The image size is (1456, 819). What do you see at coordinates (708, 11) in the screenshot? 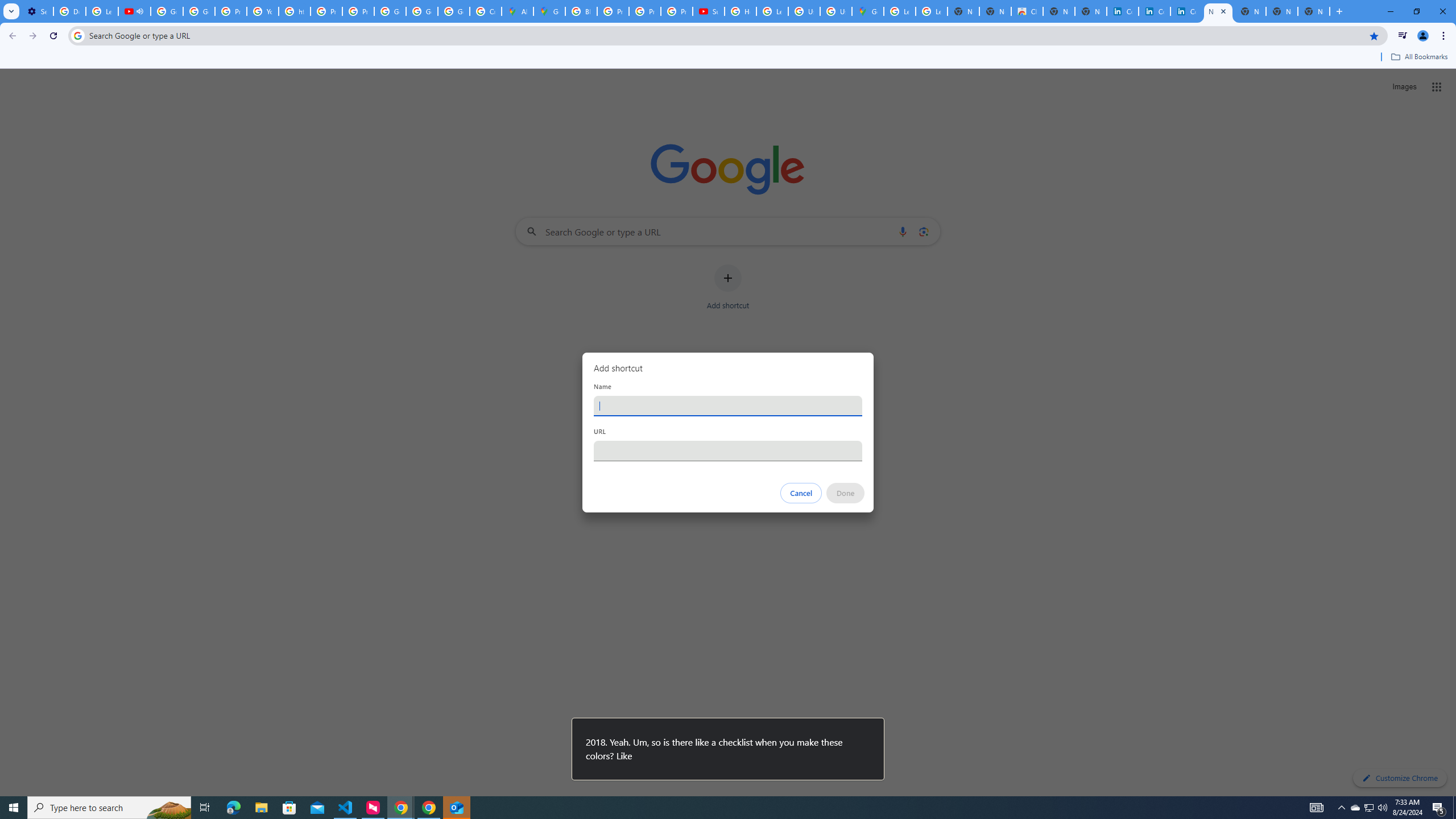
I see `'Subscriptions - YouTube'` at bounding box center [708, 11].